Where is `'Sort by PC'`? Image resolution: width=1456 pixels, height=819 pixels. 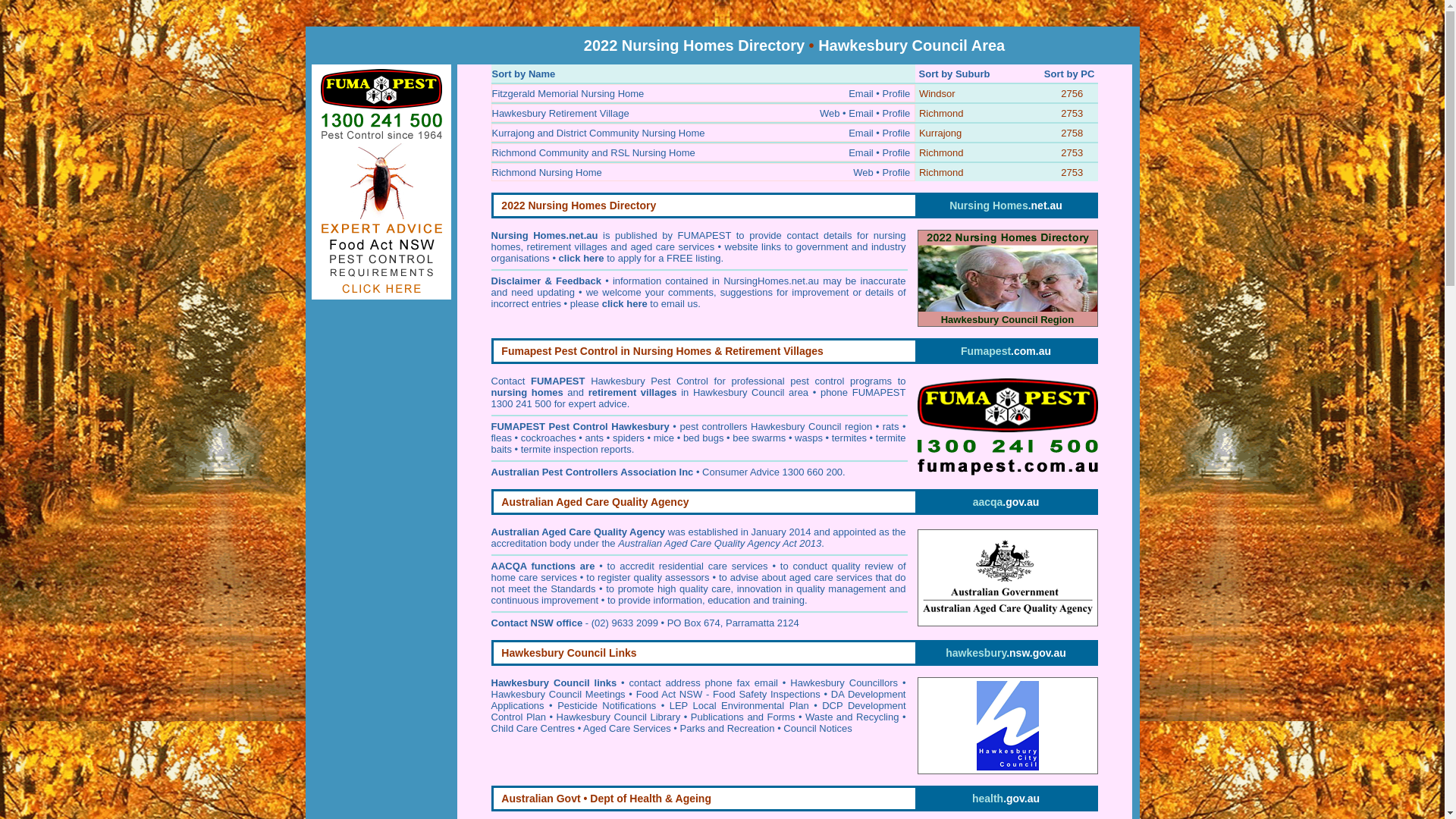 'Sort by PC' is located at coordinates (1068, 74).